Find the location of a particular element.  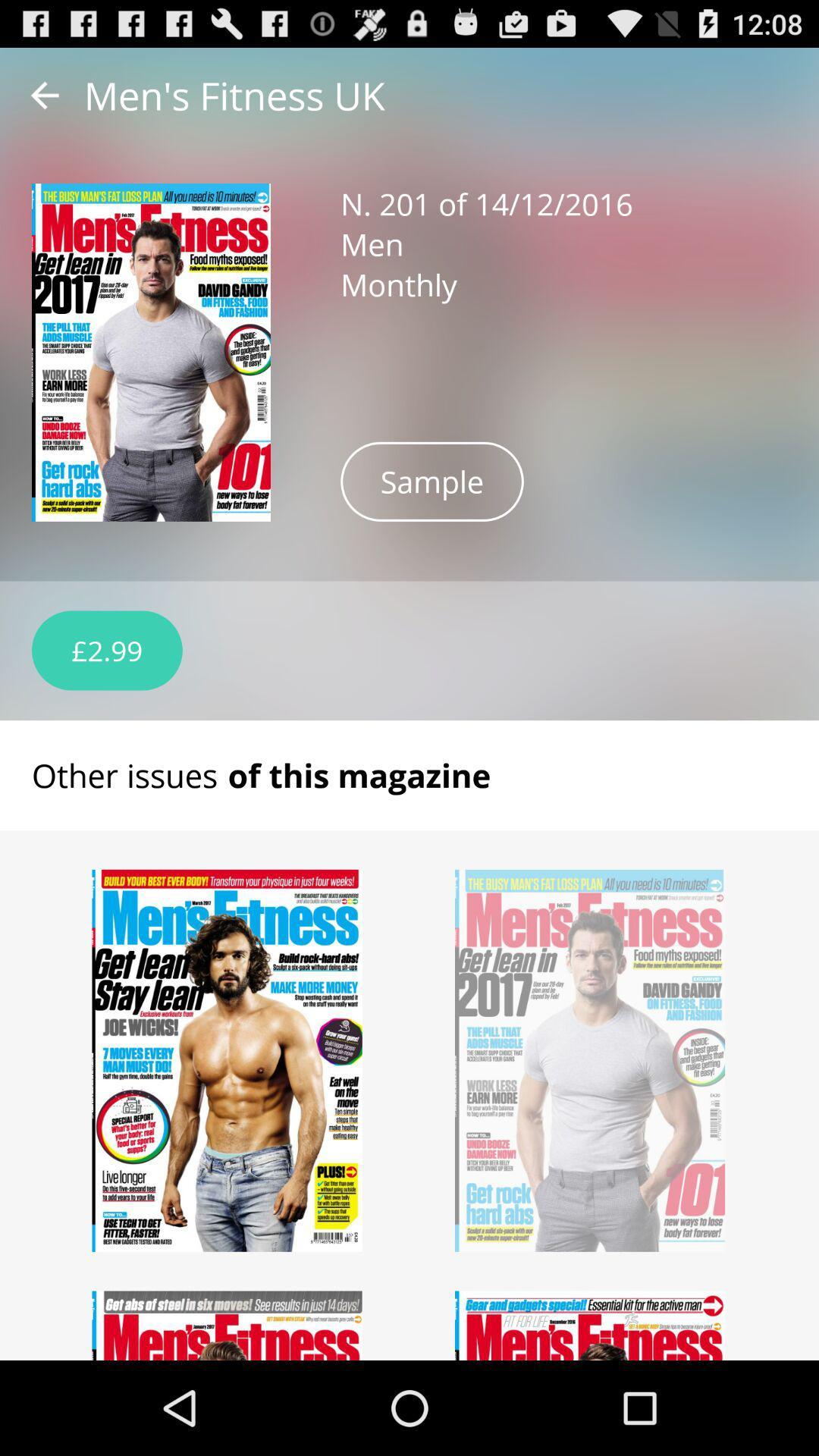

pick your magazine issue is located at coordinates (227, 1325).